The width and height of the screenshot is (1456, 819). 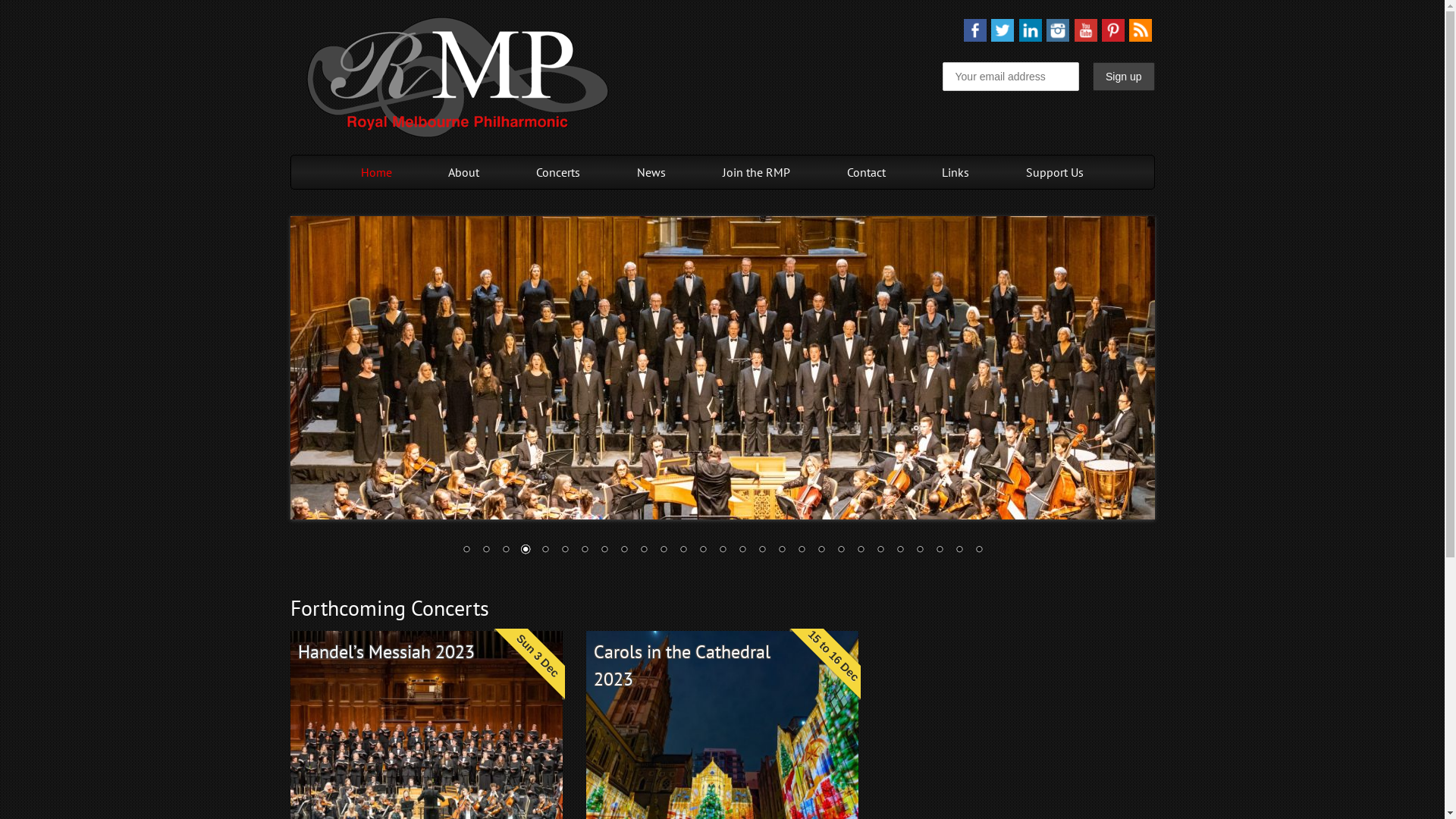 I want to click on '26', so click(x=949, y=550).